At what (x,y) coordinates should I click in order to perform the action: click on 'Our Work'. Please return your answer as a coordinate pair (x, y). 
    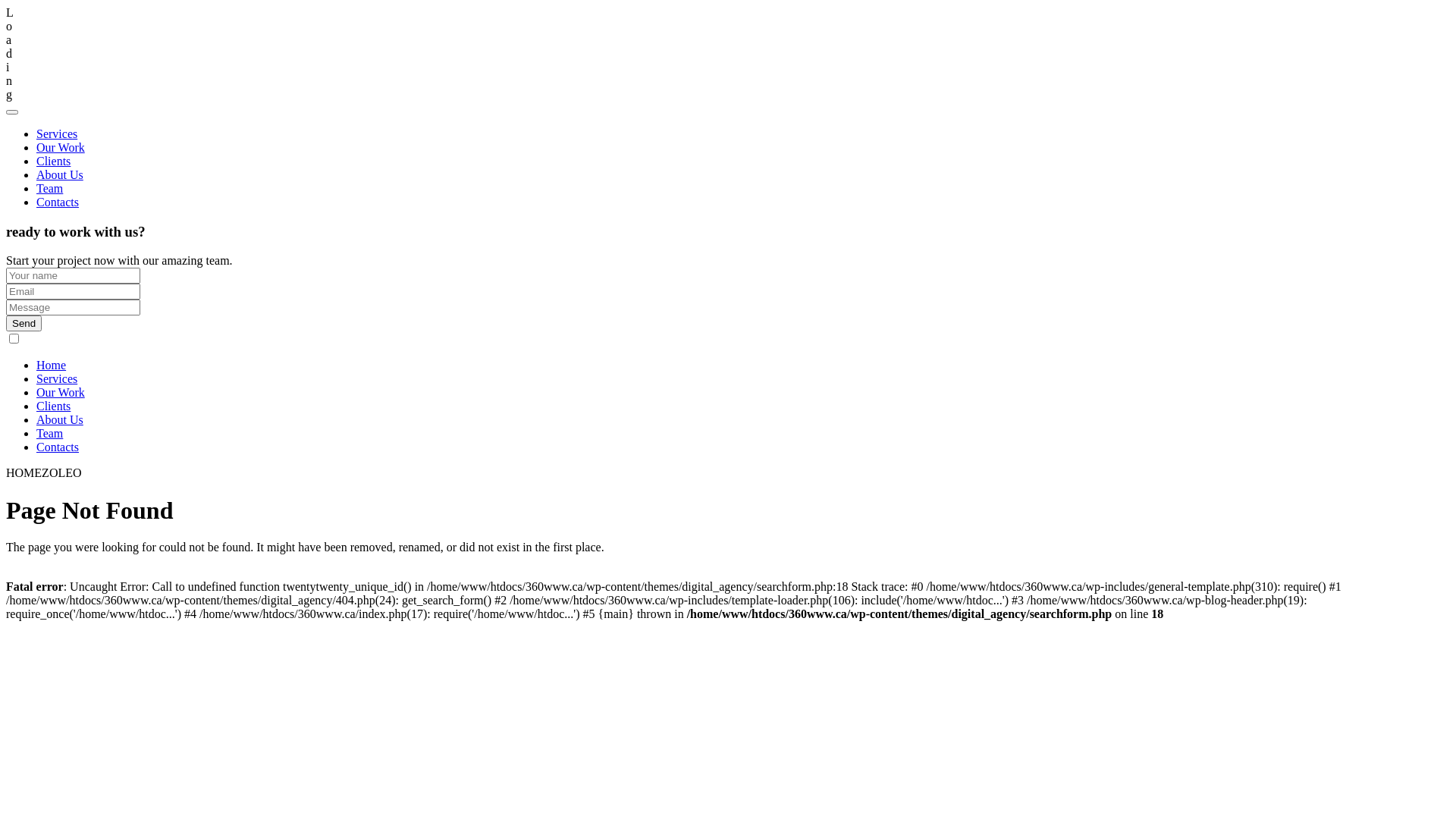
    Looking at the image, I should click on (61, 391).